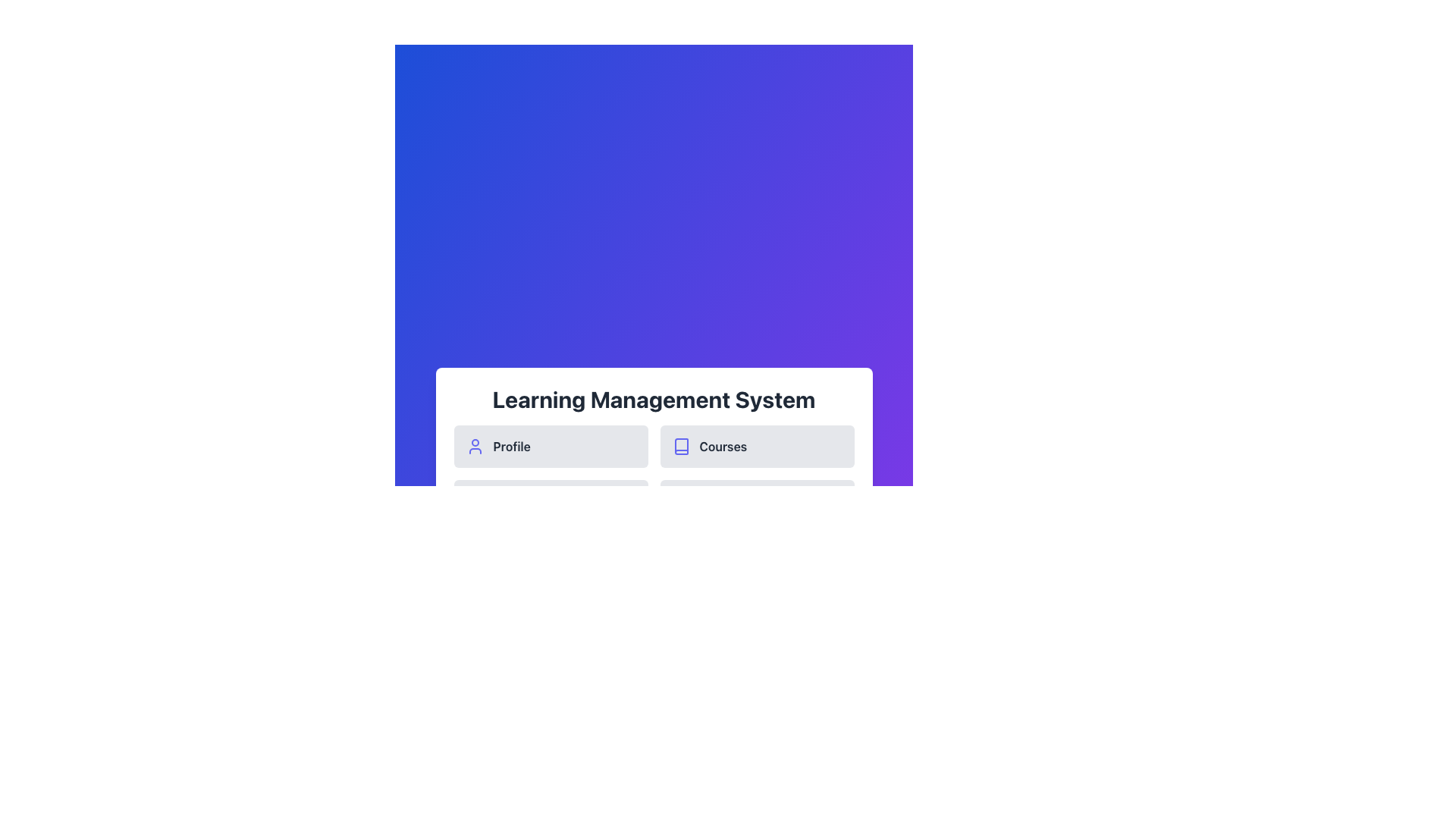 The width and height of the screenshot is (1456, 819). Describe the element at coordinates (722, 446) in the screenshot. I see `the text label indicating a section or category related to courses, located to the right of the book icon in the Learning Management System section` at that location.